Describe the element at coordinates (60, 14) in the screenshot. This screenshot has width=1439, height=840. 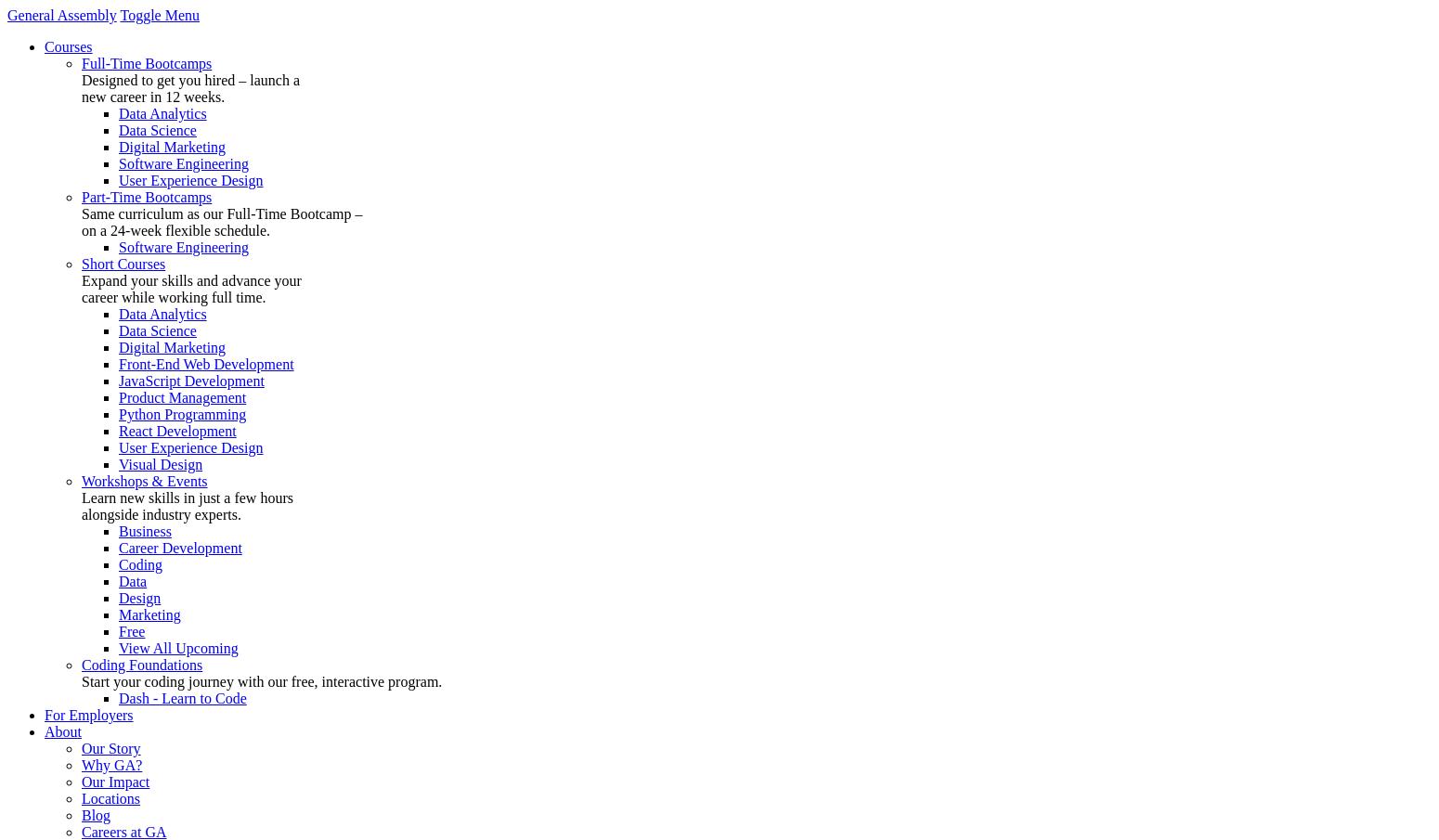
I see `'General Assembly'` at that location.